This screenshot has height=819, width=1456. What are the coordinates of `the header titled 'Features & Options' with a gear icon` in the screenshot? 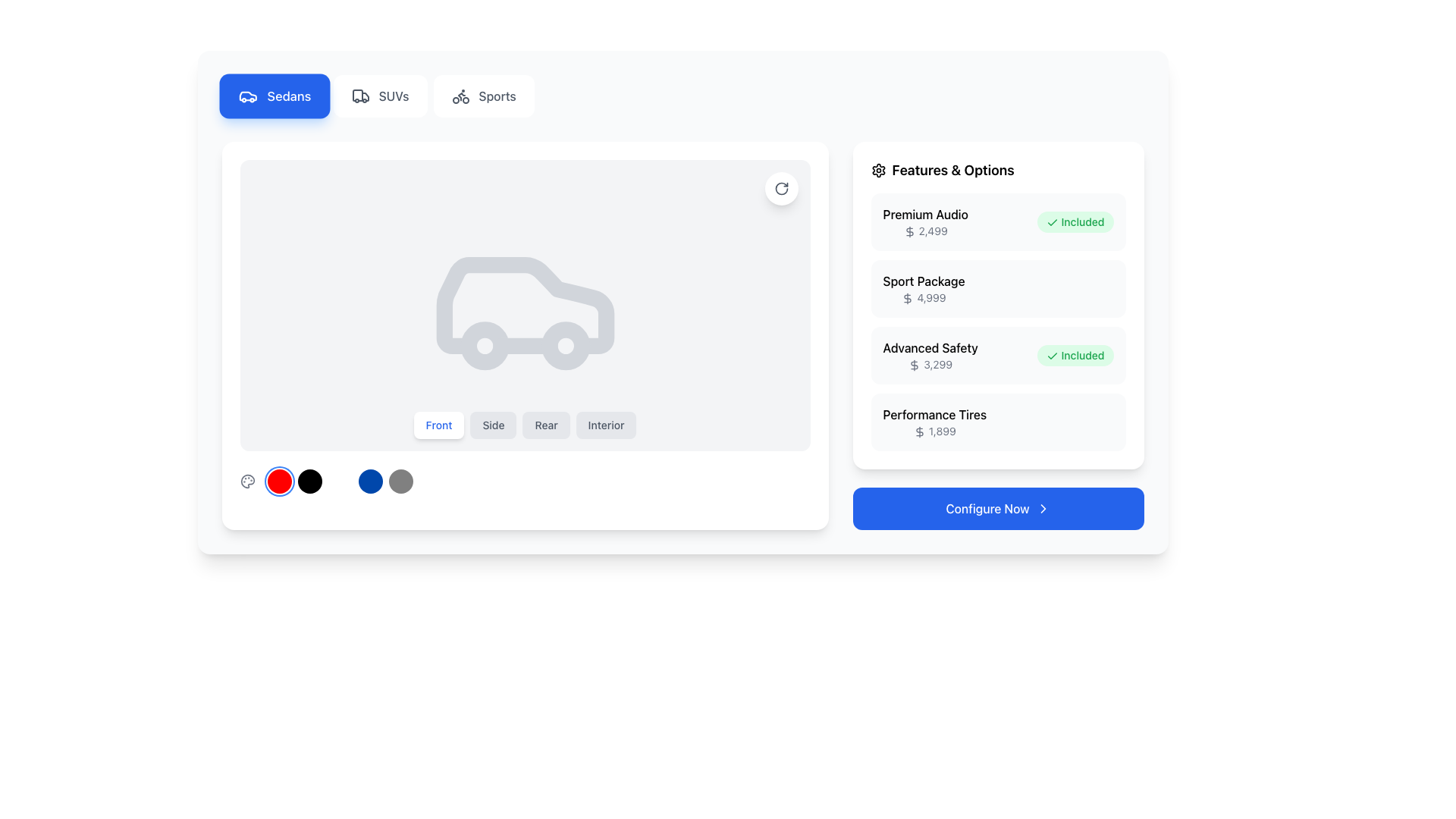 It's located at (998, 170).